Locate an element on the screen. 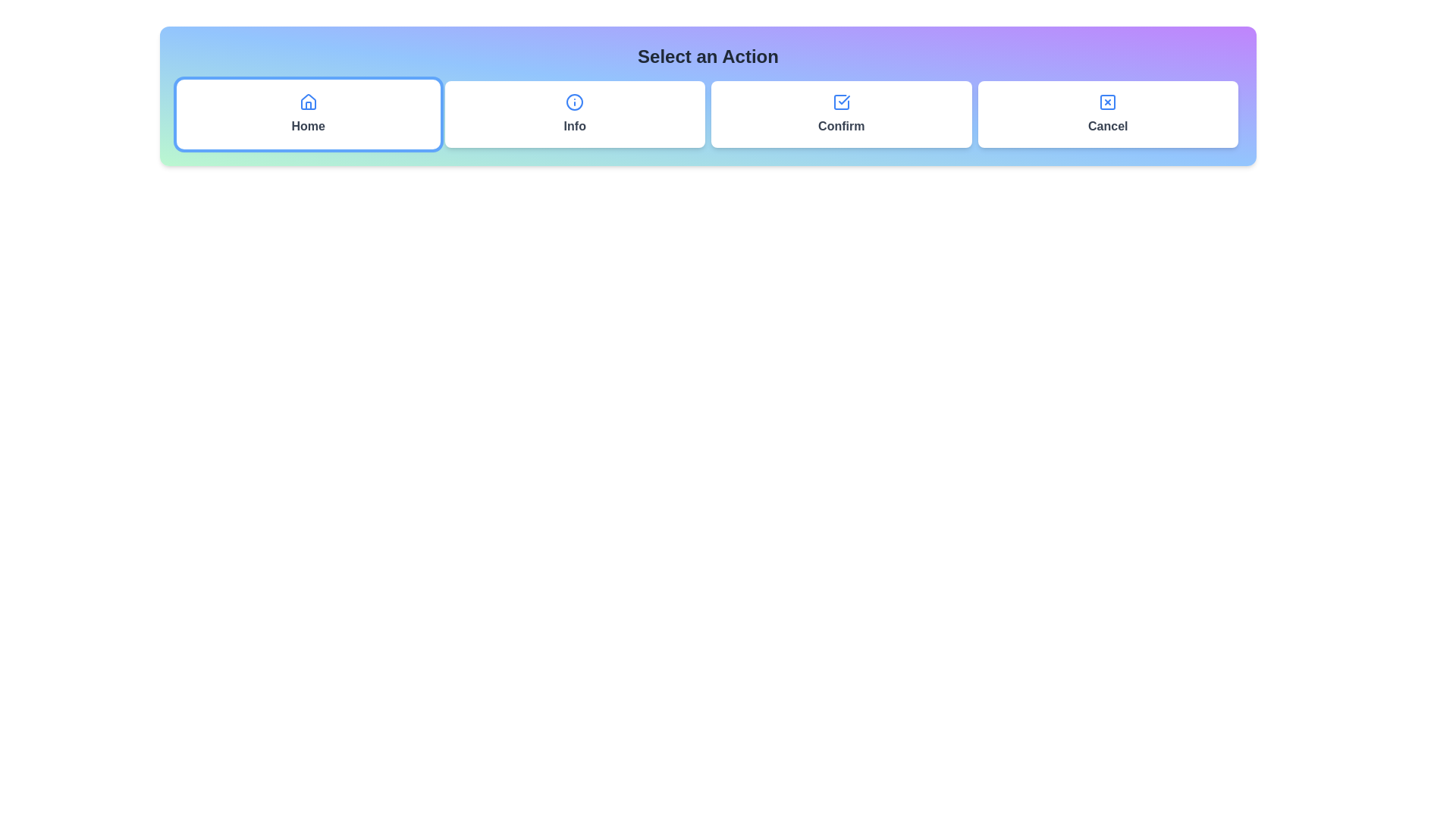 This screenshot has height=819, width=1456. the button labeled Cancel to observe its hover effect is located at coordinates (1108, 113).